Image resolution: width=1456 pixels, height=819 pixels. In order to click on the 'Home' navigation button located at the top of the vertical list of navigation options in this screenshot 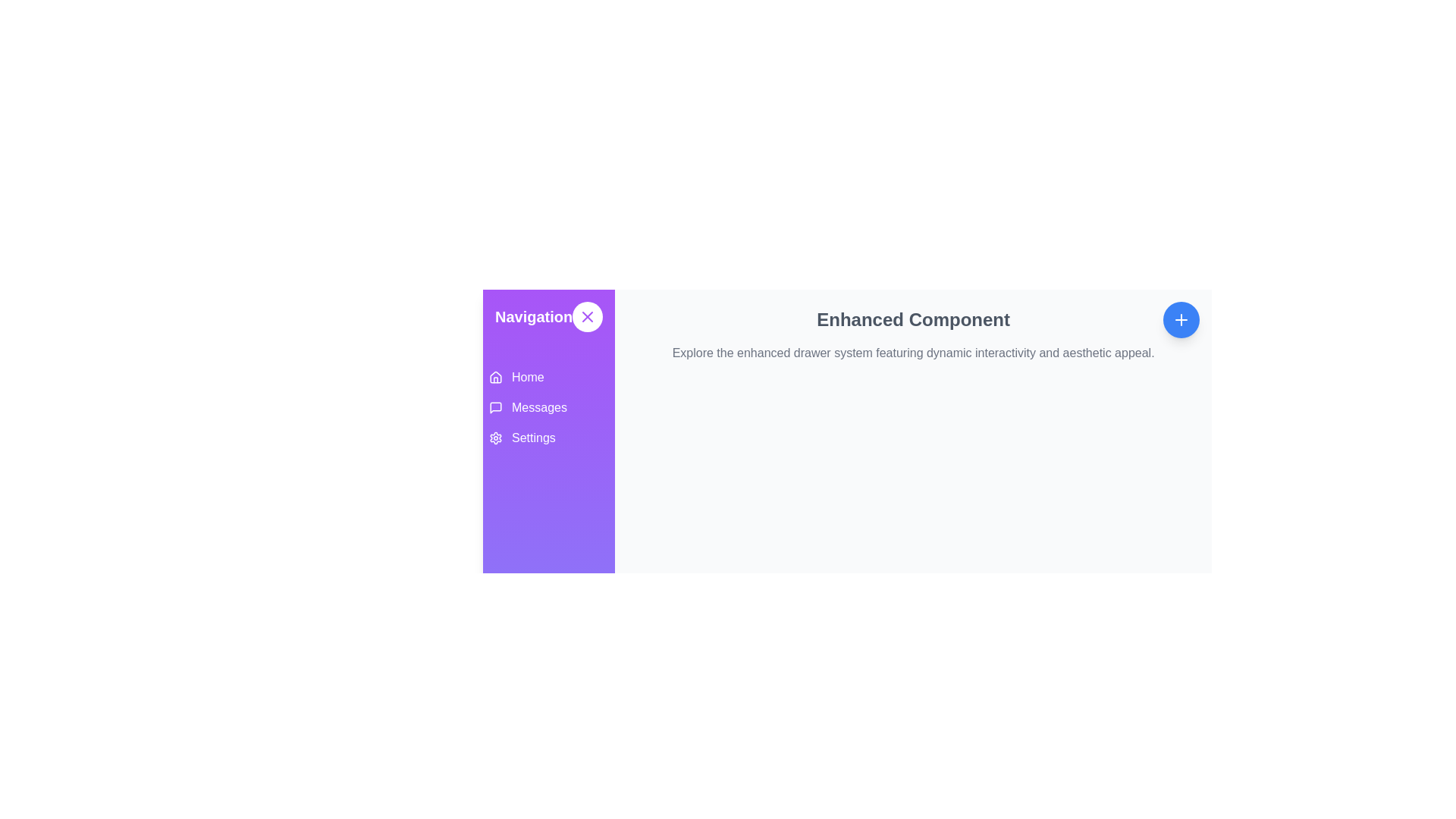, I will do `click(548, 376)`.